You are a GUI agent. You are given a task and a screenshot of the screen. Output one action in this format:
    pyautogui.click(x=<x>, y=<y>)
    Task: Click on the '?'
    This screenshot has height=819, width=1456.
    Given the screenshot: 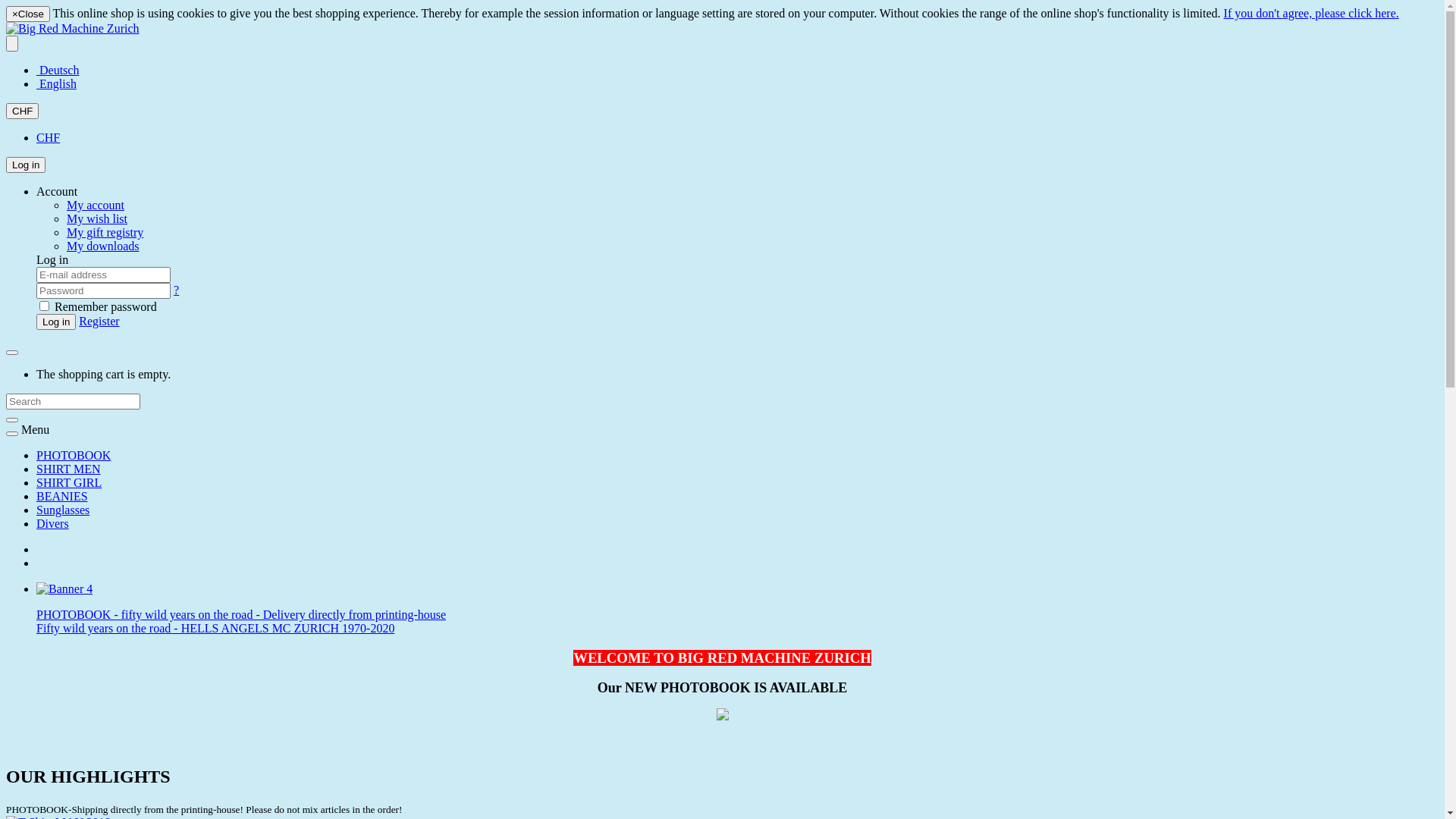 What is the action you would take?
    pyautogui.click(x=174, y=290)
    